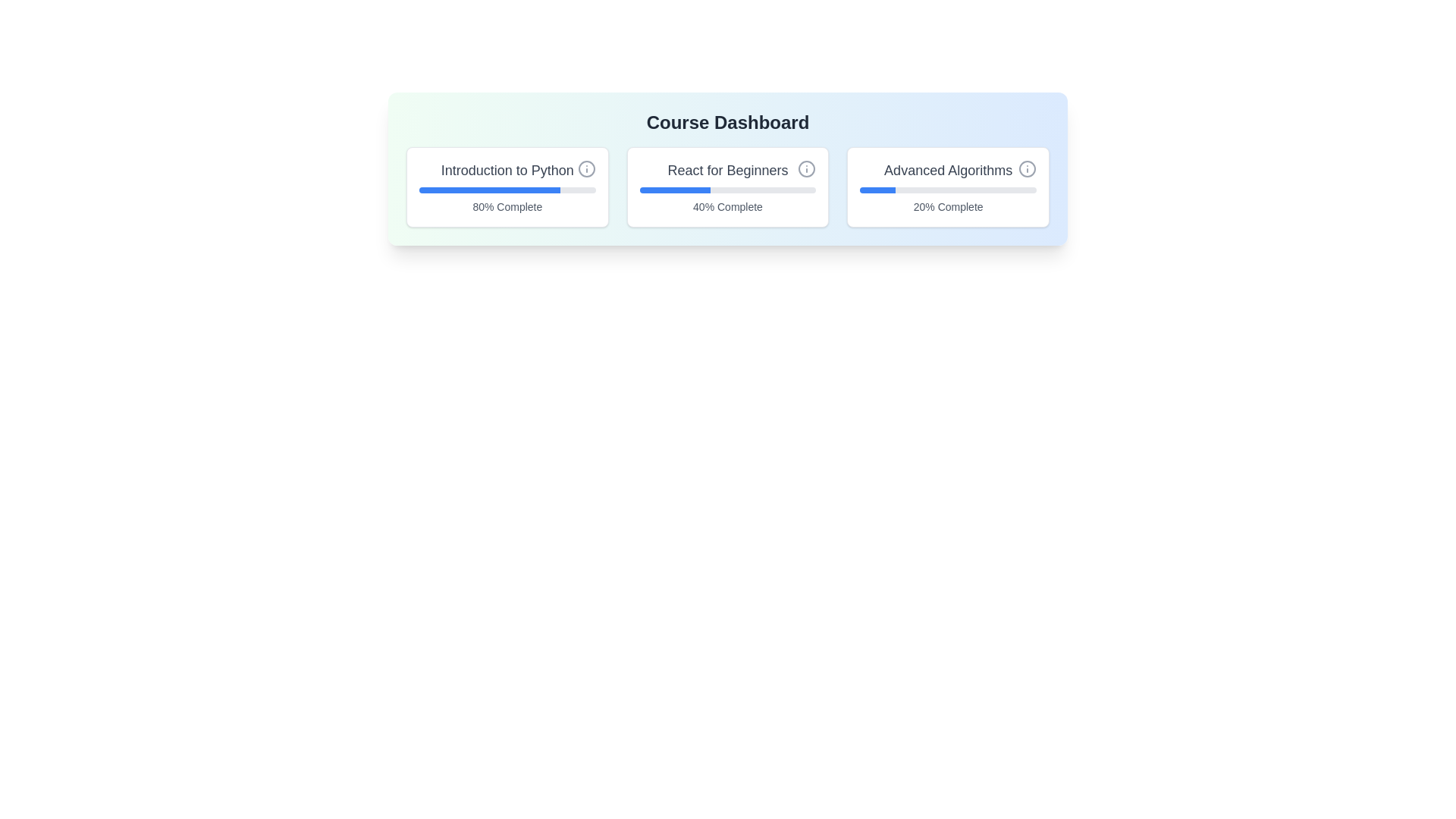 The image size is (1456, 819). I want to click on the course card for 'React for Beginners', so click(728, 186).